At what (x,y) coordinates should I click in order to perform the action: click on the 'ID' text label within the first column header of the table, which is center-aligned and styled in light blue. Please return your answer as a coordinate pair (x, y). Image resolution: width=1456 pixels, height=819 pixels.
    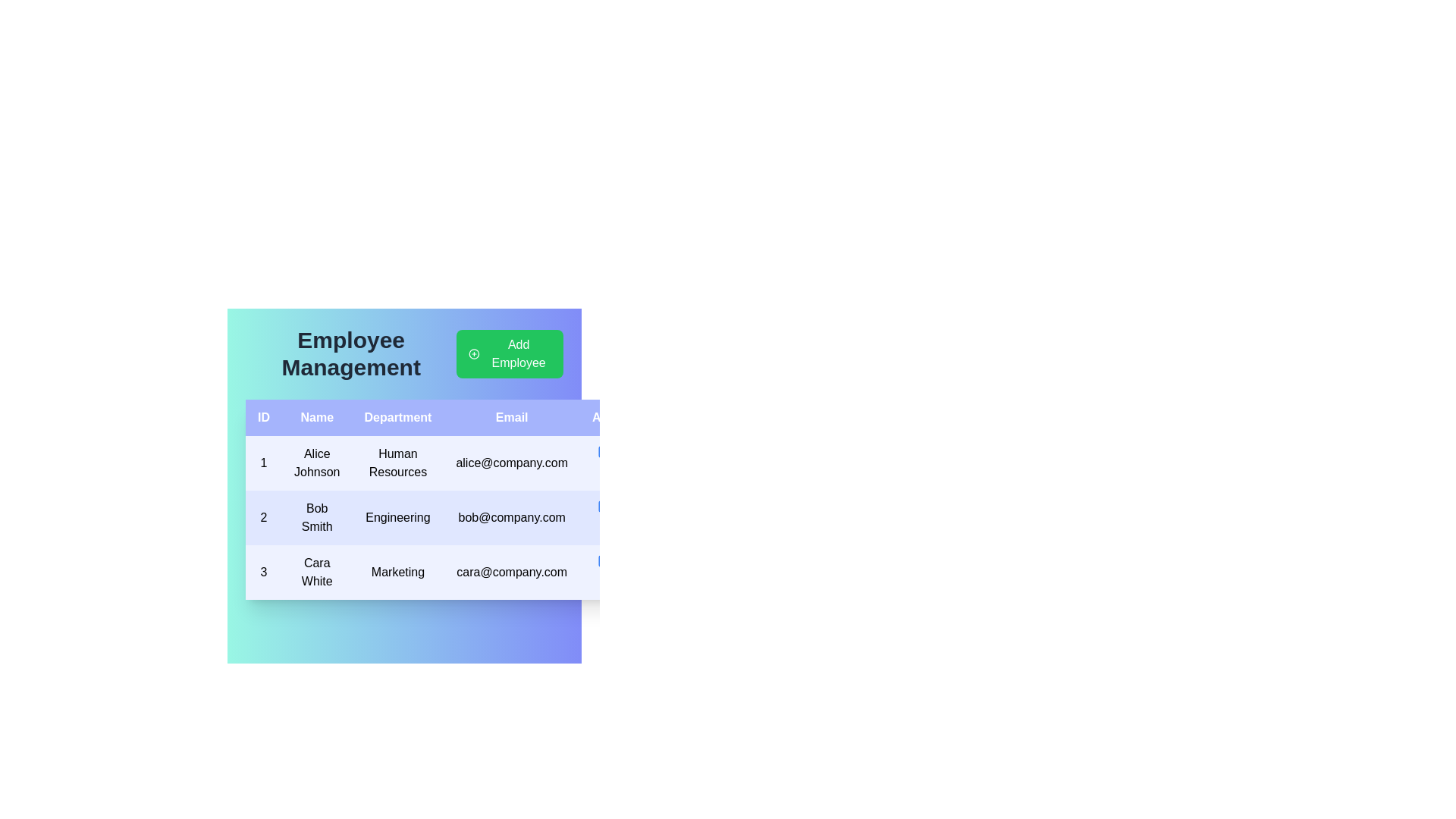
    Looking at the image, I should click on (263, 418).